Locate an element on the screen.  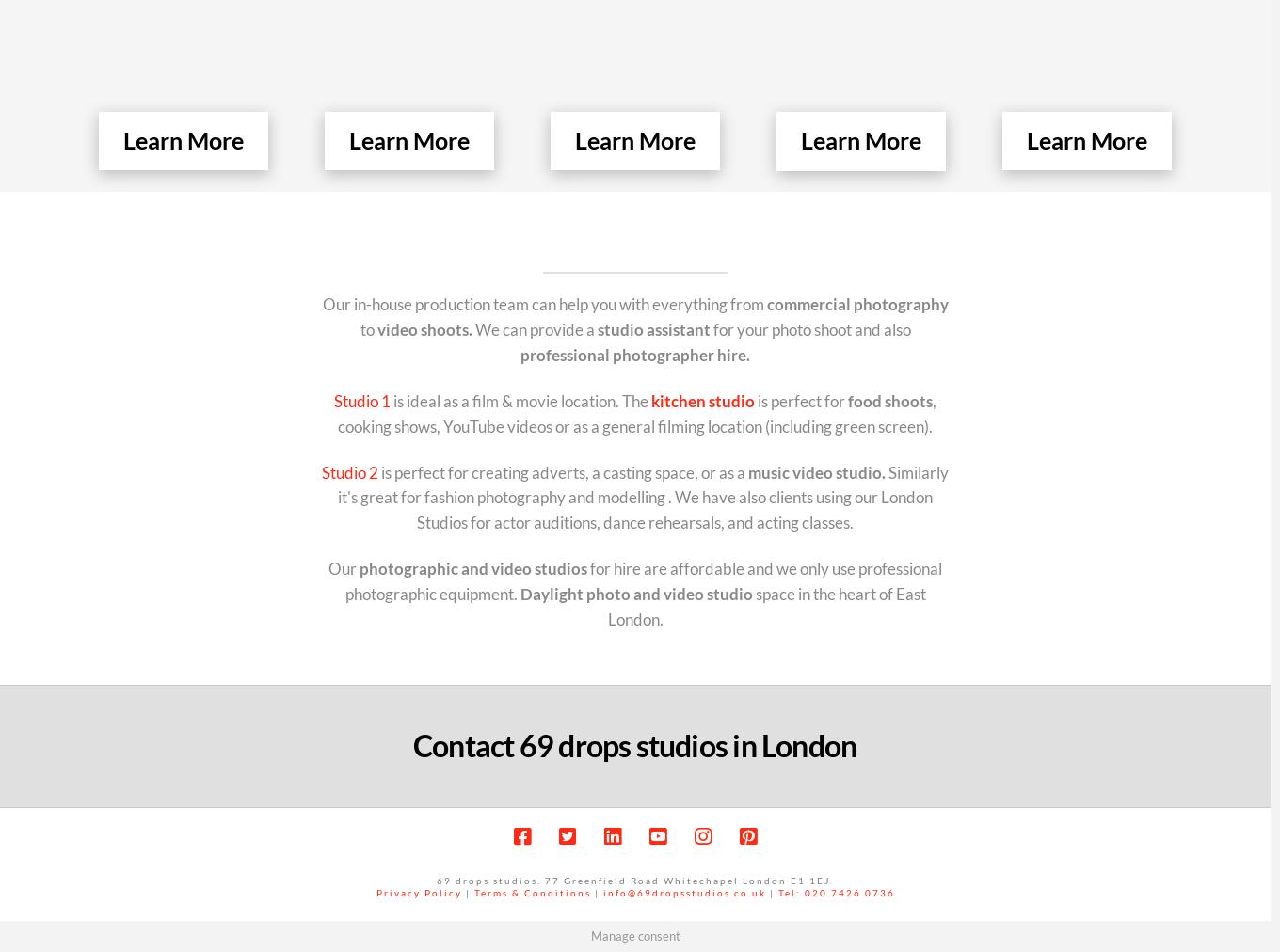
'studio assistant' is located at coordinates (651, 327).